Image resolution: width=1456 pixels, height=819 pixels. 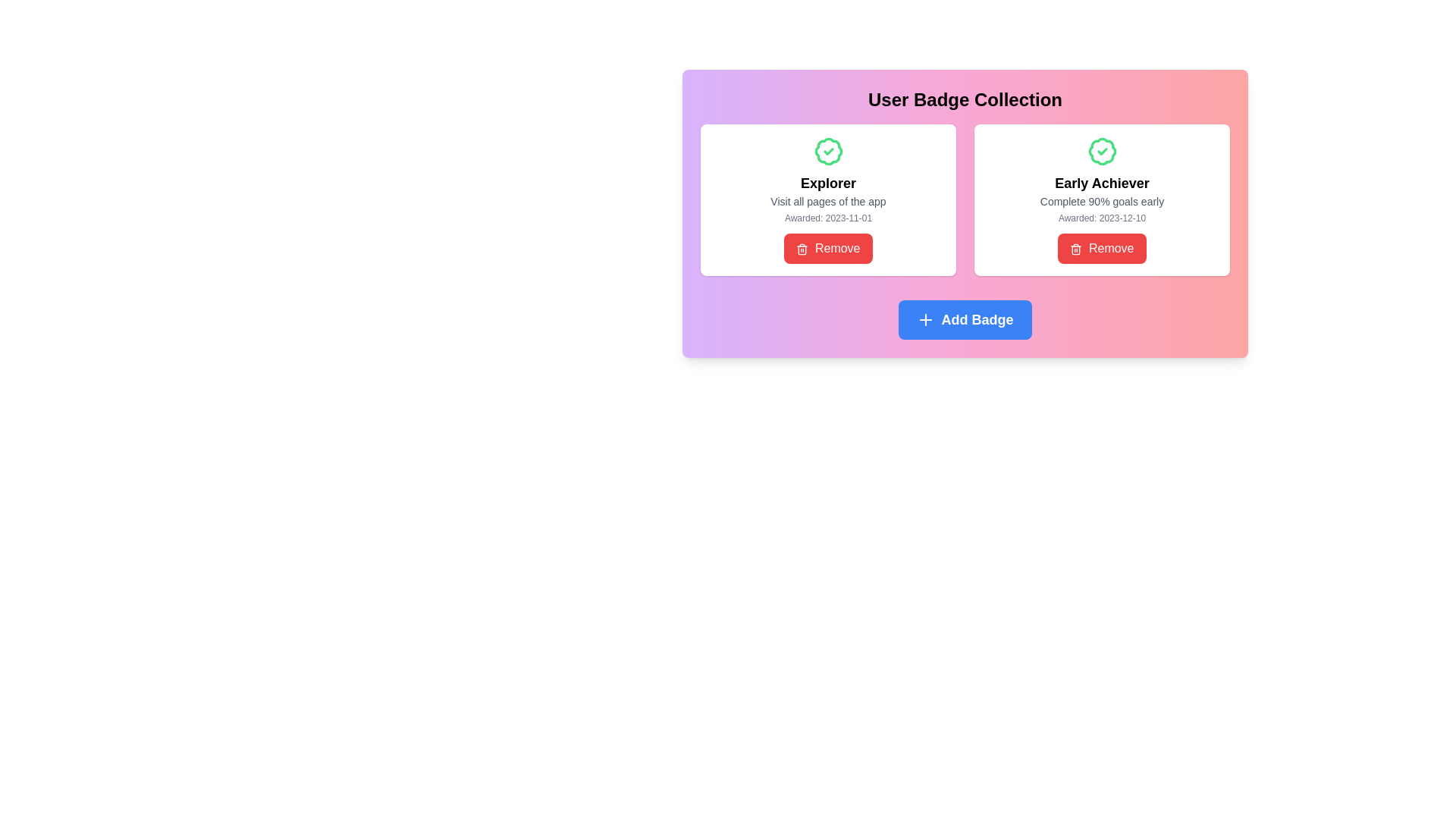 I want to click on text content of the gray subtitle labeled 'Awarded: 2023-11-01', which is positioned below the description 'Visit all pages of the app' and above the 'Remove' button within the 'Explorer' card, so click(x=827, y=218).